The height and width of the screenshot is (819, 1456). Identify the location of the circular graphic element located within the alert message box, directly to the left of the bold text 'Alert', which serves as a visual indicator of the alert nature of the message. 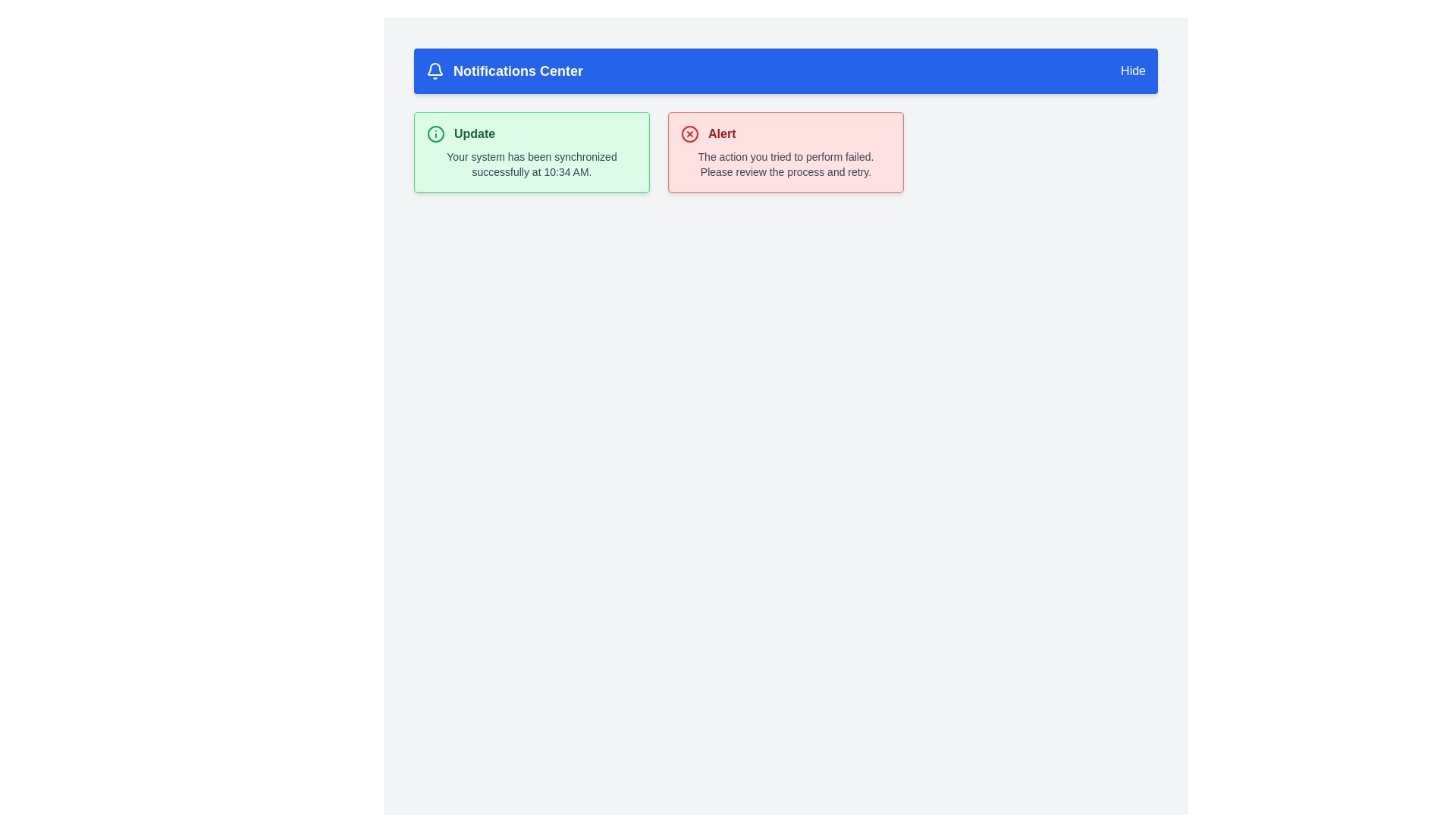
(689, 133).